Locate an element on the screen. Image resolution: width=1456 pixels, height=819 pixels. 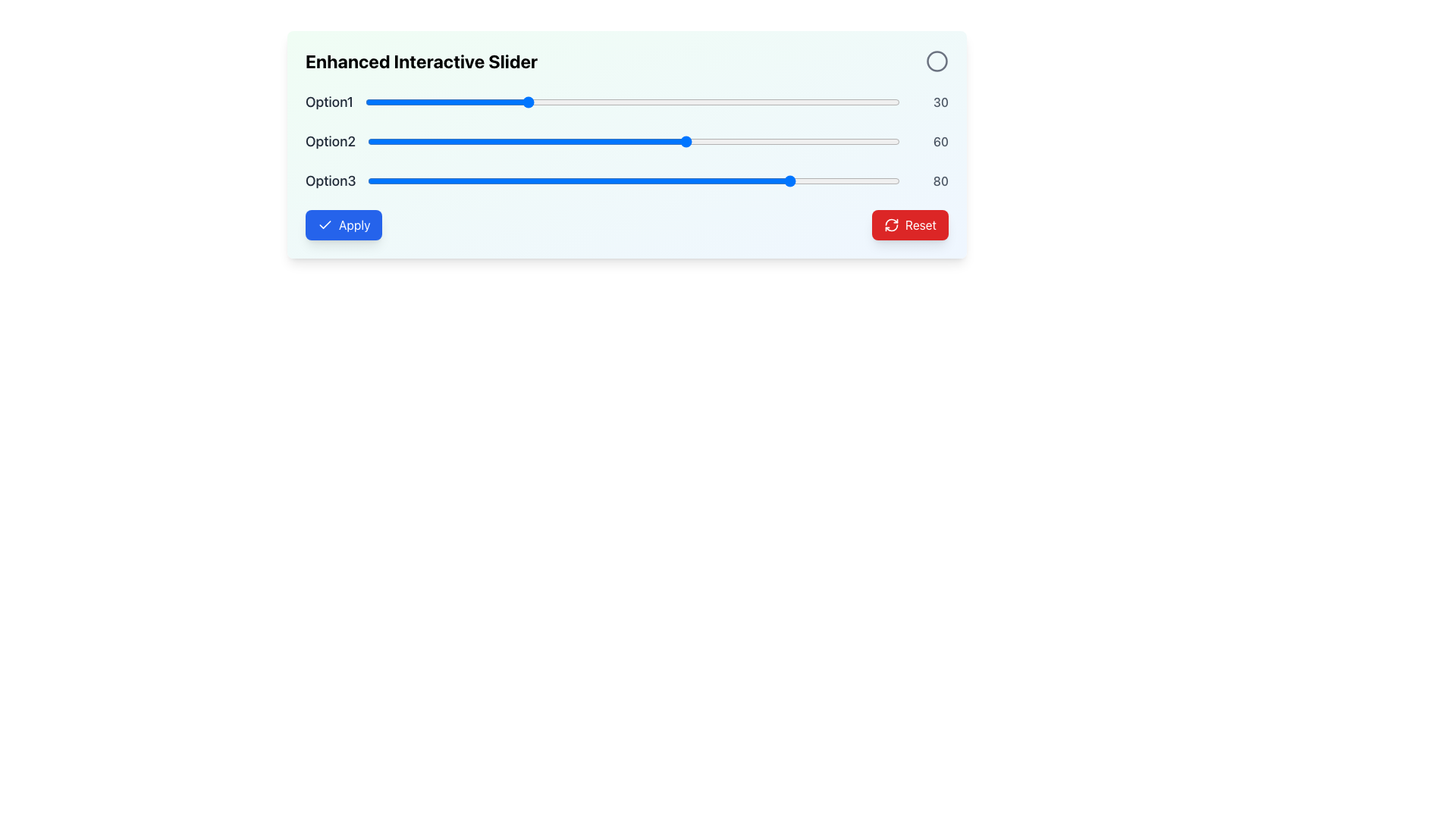
slider is located at coordinates (543, 141).